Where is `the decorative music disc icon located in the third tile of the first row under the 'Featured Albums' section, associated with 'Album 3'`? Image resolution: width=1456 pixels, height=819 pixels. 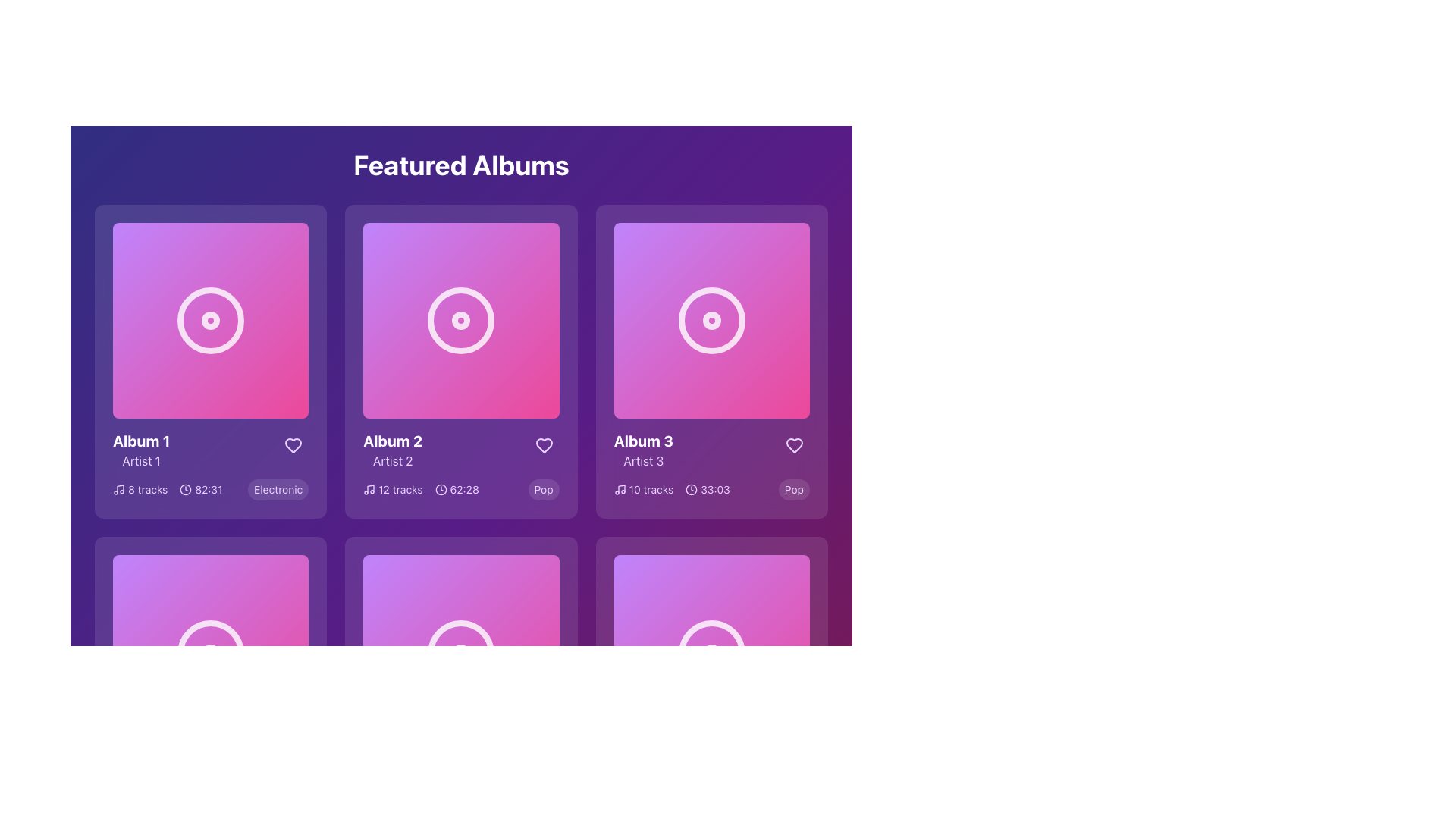 the decorative music disc icon located in the third tile of the first row under the 'Featured Albums' section, associated with 'Album 3' is located at coordinates (711, 320).